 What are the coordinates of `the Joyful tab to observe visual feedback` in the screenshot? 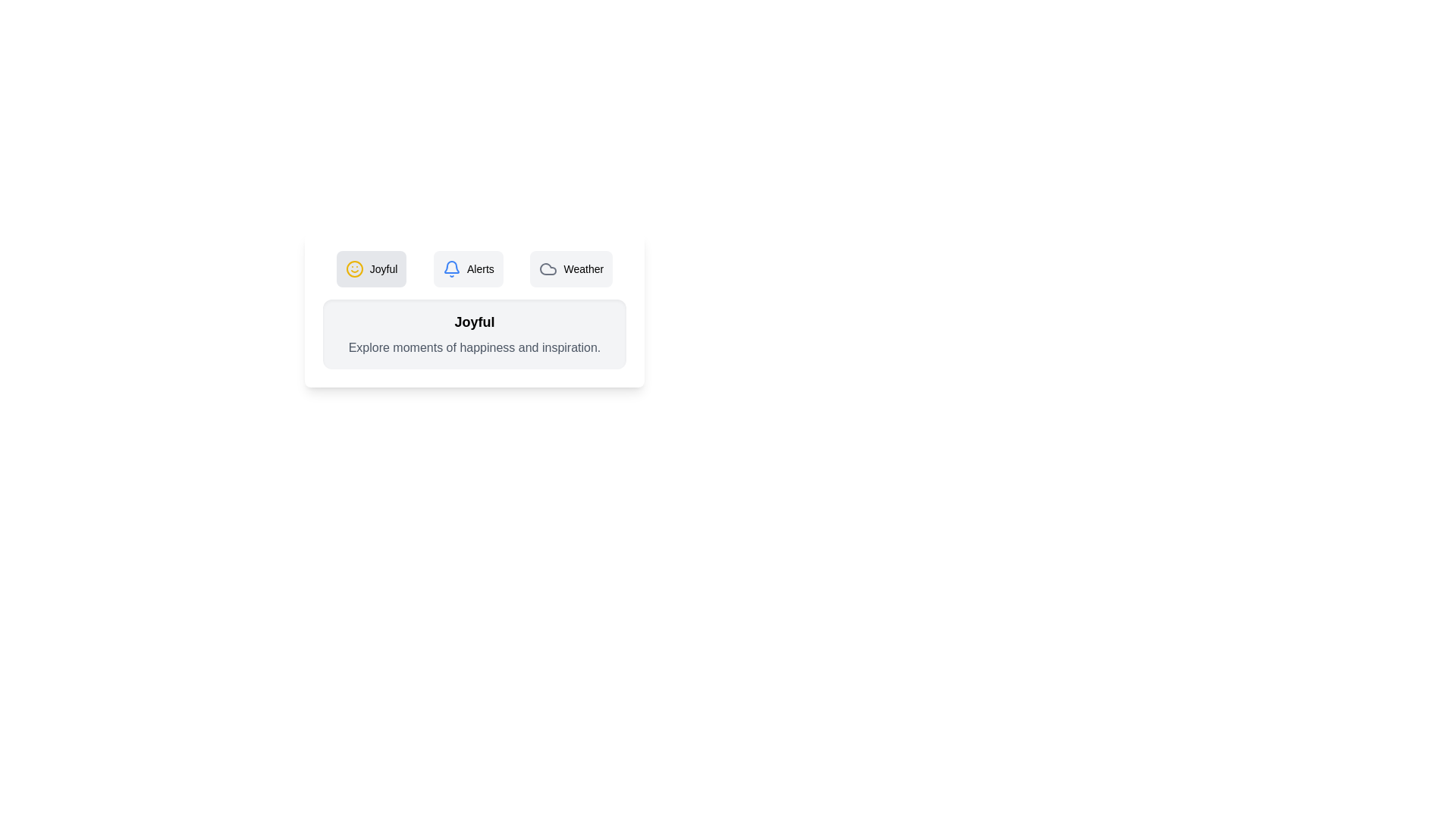 It's located at (371, 268).